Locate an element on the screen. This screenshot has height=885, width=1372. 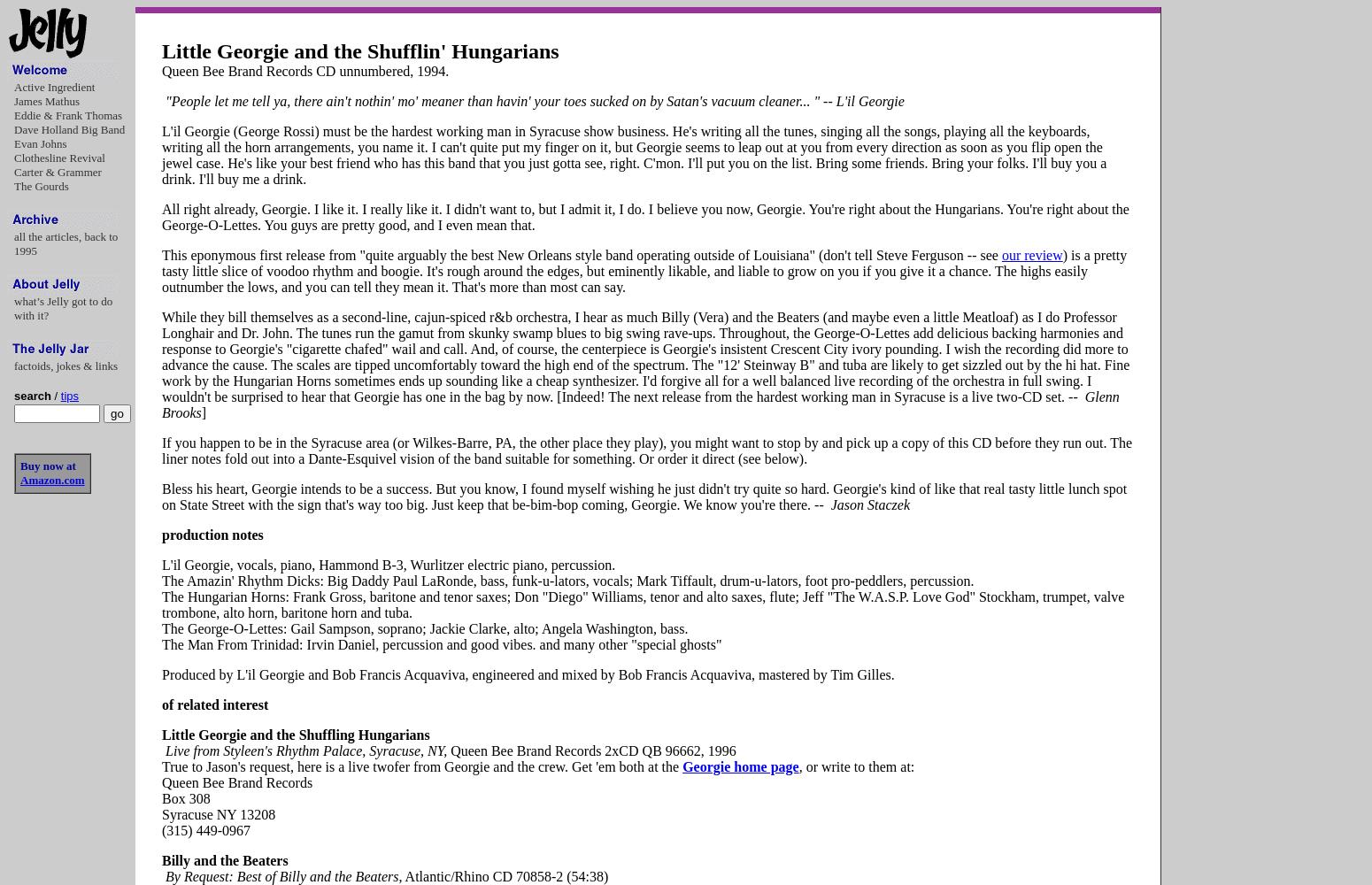
'Eddie & Frank Thomas' is located at coordinates (67, 115).